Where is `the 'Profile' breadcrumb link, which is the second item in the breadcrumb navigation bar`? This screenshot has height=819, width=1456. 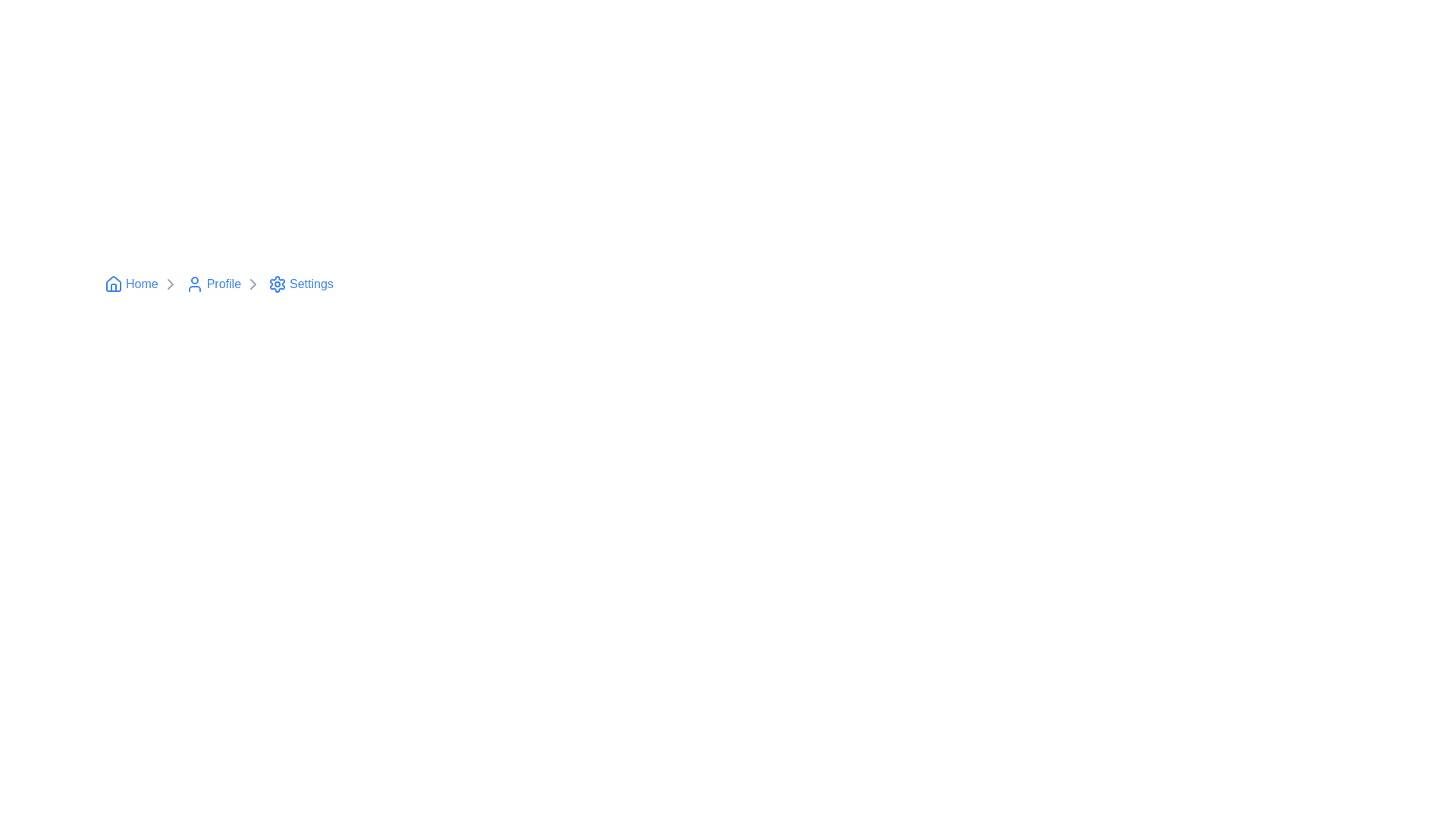 the 'Profile' breadcrumb link, which is the second item in the breadcrumb navigation bar is located at coordinates (223, 284).